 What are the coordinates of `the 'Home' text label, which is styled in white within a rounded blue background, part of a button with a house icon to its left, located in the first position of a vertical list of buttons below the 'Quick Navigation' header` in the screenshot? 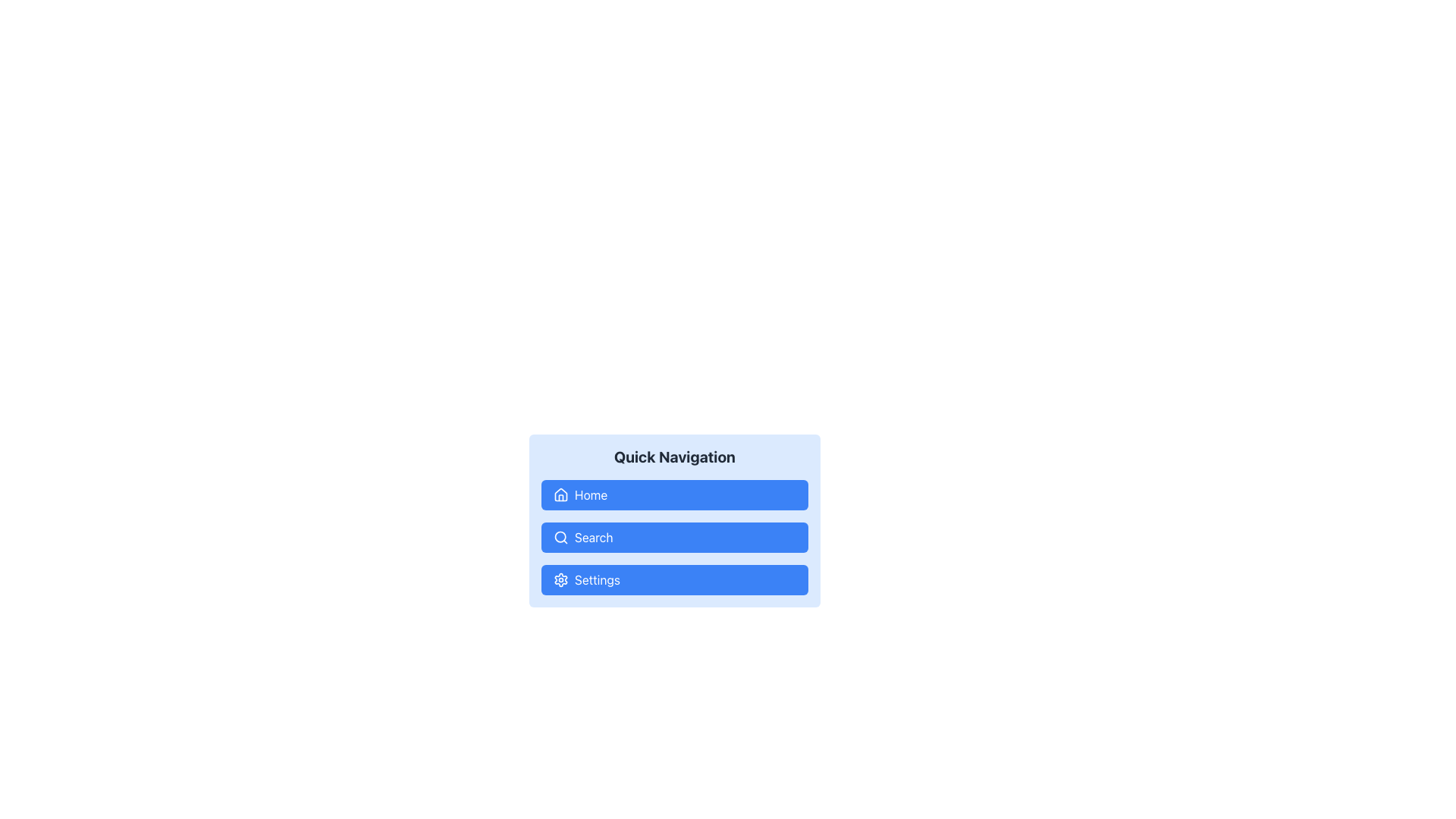 It's located at (590, 494).